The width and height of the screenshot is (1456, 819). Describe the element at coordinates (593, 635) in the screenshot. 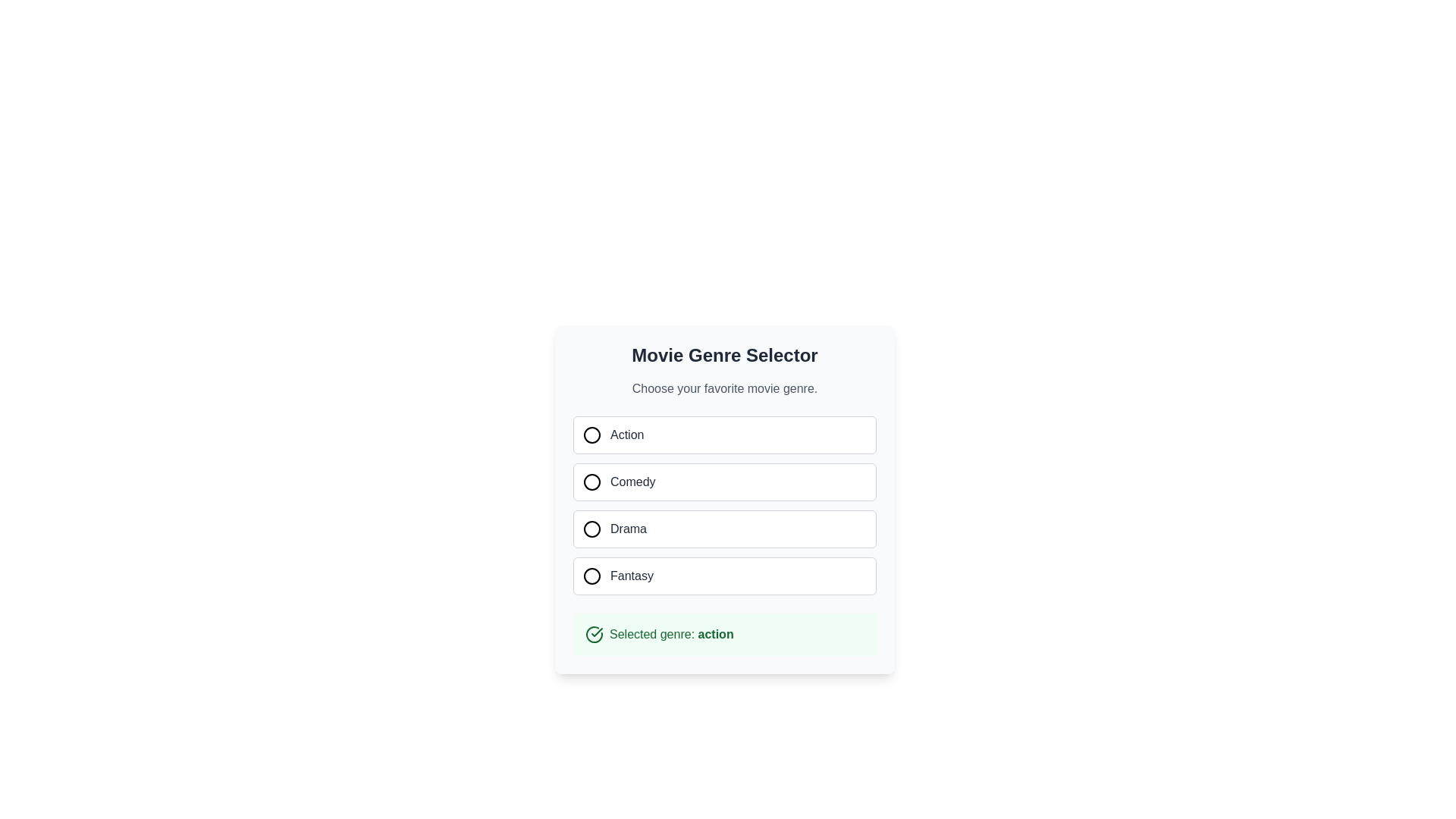

I see `the circular checkmark icon with a greenish border, located to the left of the text 'Selected genre: action'` at that location.